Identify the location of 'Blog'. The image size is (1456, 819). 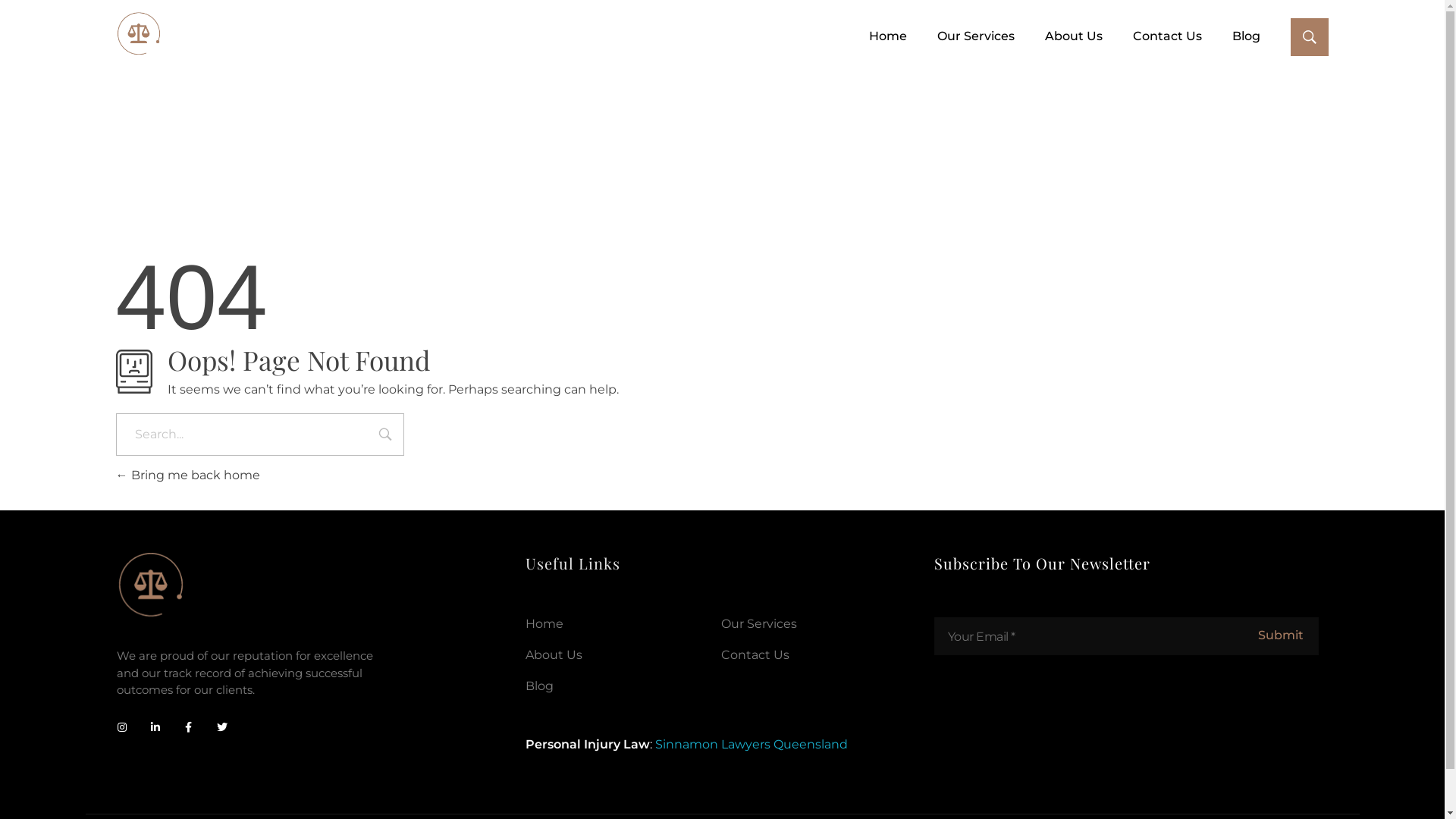
(1231, 35).